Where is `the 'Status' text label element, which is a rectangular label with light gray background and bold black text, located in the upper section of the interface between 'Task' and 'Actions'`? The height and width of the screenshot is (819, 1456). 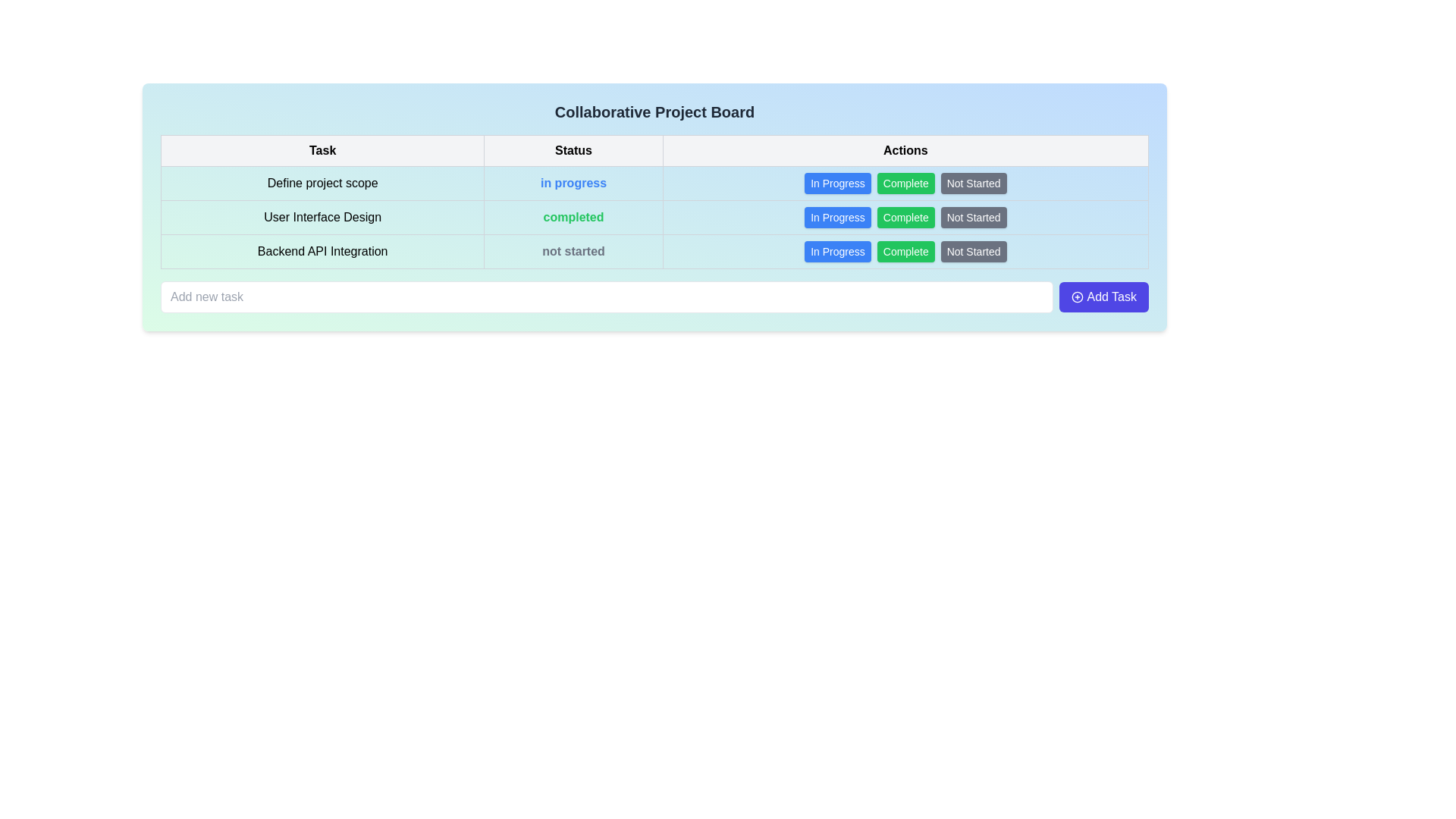
the 'Status' text label element, which is a rectangular label with light gray background and bold black text, located in the upper section of the interface between 'Task' and 'Actions' is located at coordinates (573, 151).